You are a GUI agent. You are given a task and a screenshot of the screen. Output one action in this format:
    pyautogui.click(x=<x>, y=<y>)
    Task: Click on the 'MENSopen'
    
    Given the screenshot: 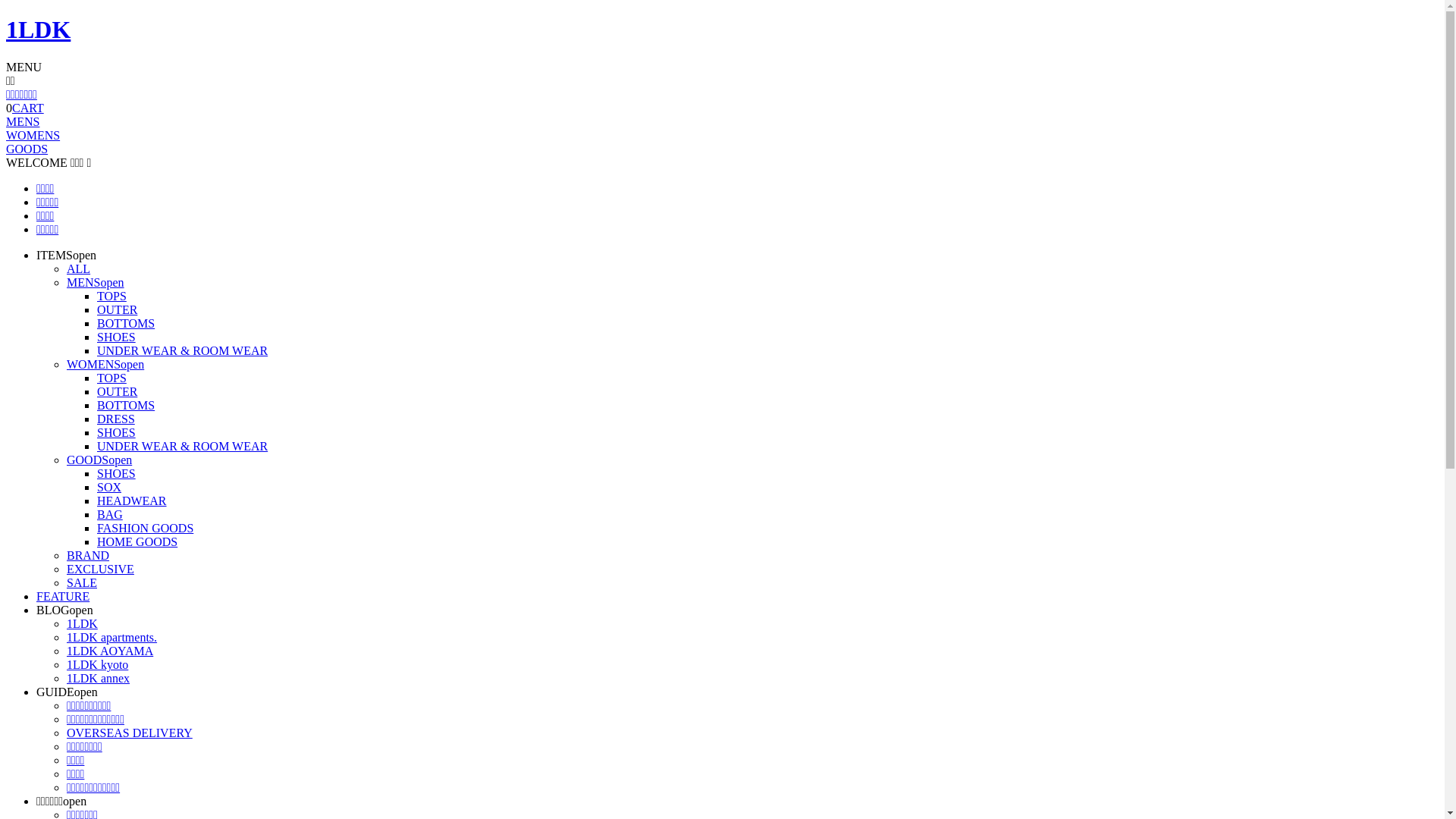 What is the action you would take?
    pyautogui.click(x=94, y=282)
    